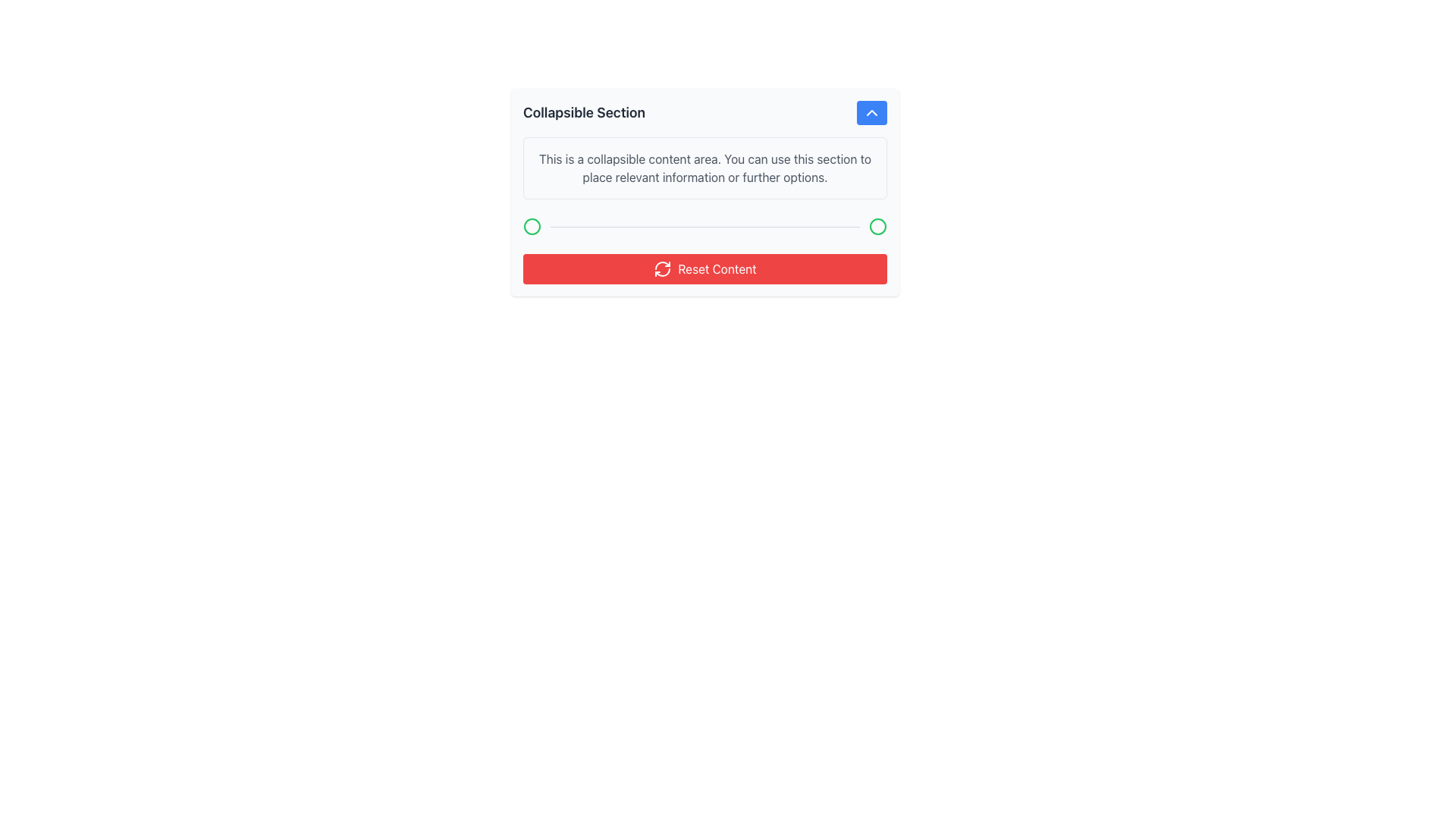 The width and height of the screenshot is (1456, 819). I want to click on the circular icon located near the upper left of the horizontal line, just below the 'Collapsible Section' heading, so click(532, 227).